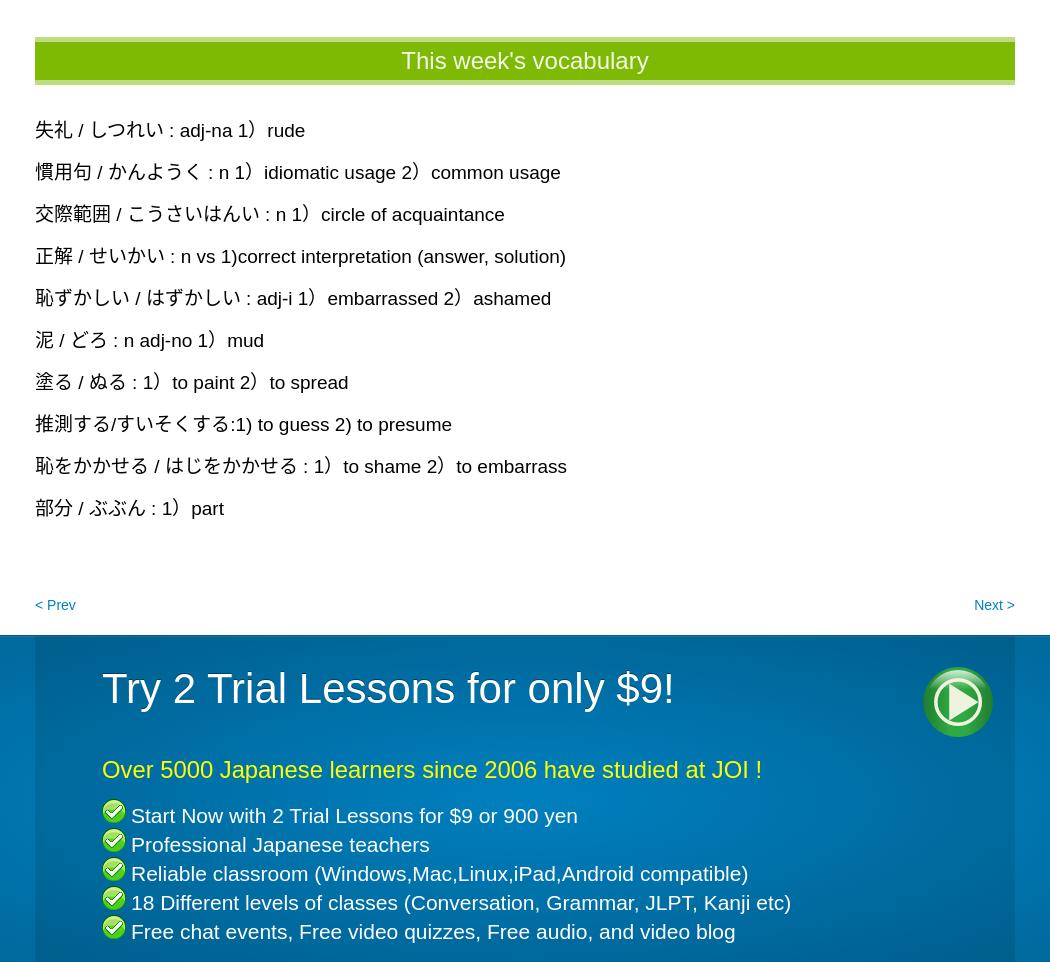 The width and height of the screenshot is (1050, 962). What do you see at coordinates (438, 872) in the screenshot?
I see `'Reliable classroom (Windows,Mac,Linux,iPad,Android compatible)'` at bounding box center [438, 872].